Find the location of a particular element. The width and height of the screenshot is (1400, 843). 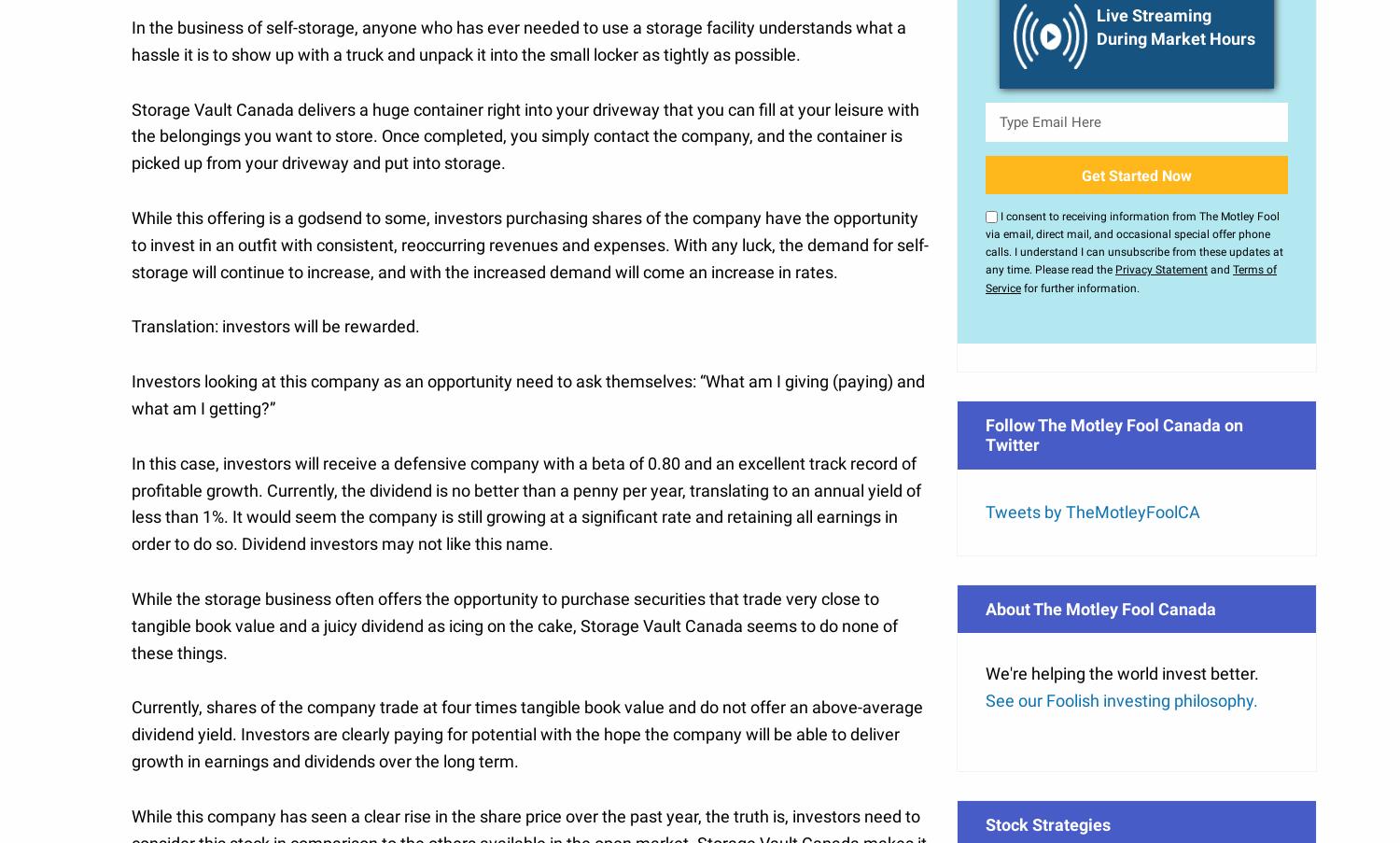

'All Services' is located at coordinates (1055, 532).